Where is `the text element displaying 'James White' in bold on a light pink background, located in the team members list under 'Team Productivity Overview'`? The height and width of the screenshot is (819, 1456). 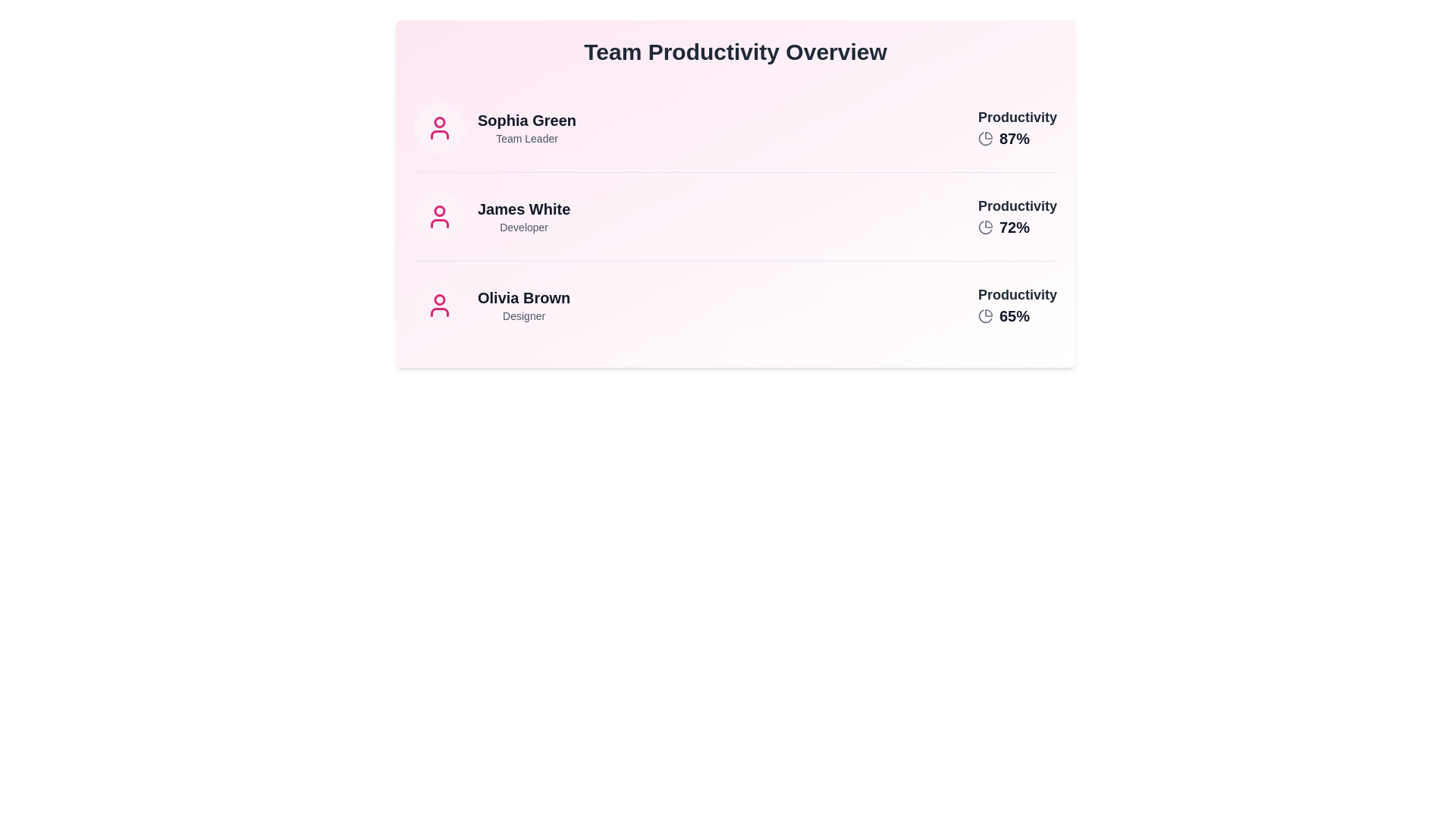
the text element displaying 'James White' in bold on a light pink background, located in the team members list under 'Team Productivity Overview' is located at coordinates (524, 209).